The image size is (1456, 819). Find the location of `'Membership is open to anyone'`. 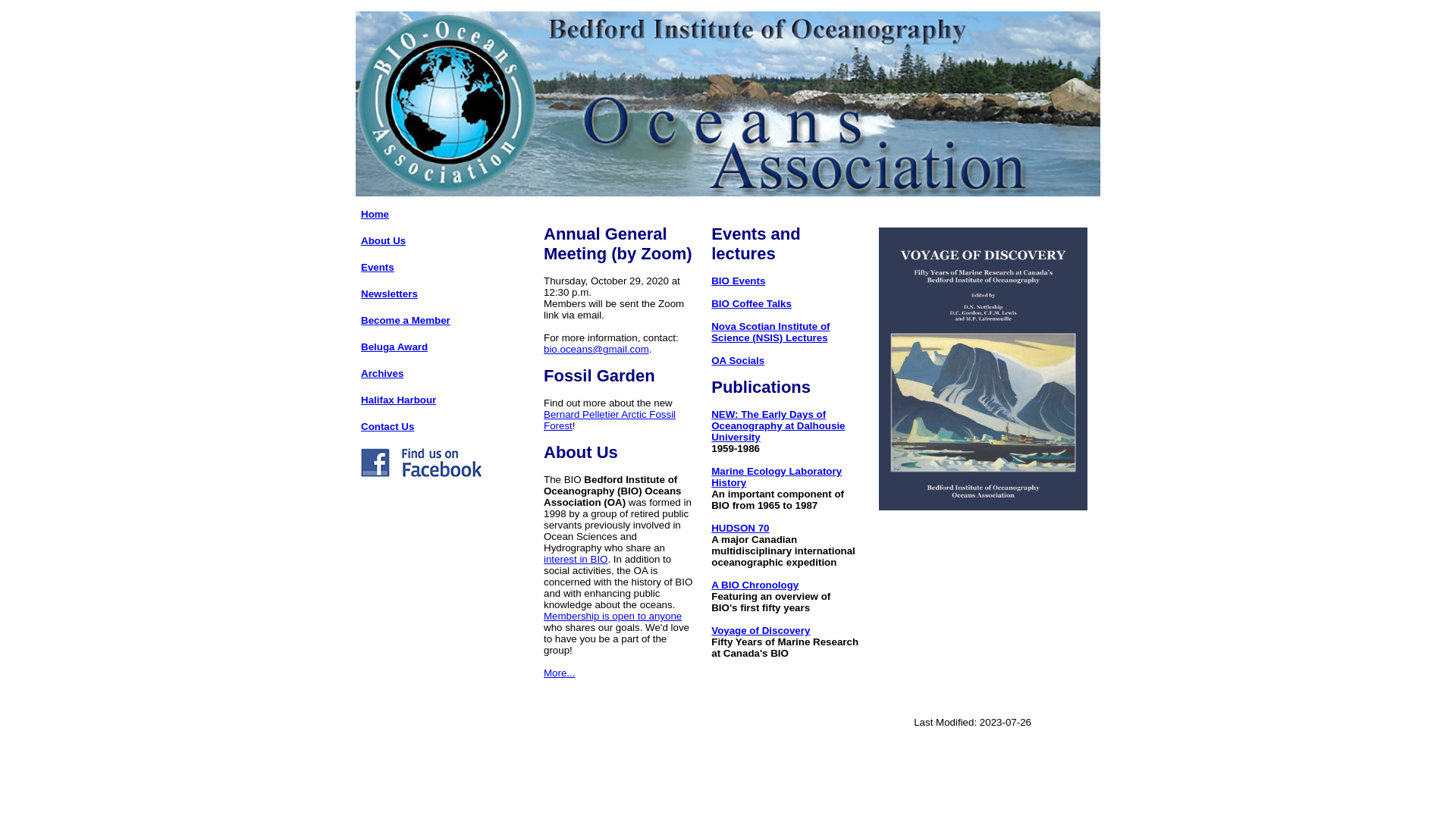

'Membership is open to anyone' is located at coordinates (612, 616).